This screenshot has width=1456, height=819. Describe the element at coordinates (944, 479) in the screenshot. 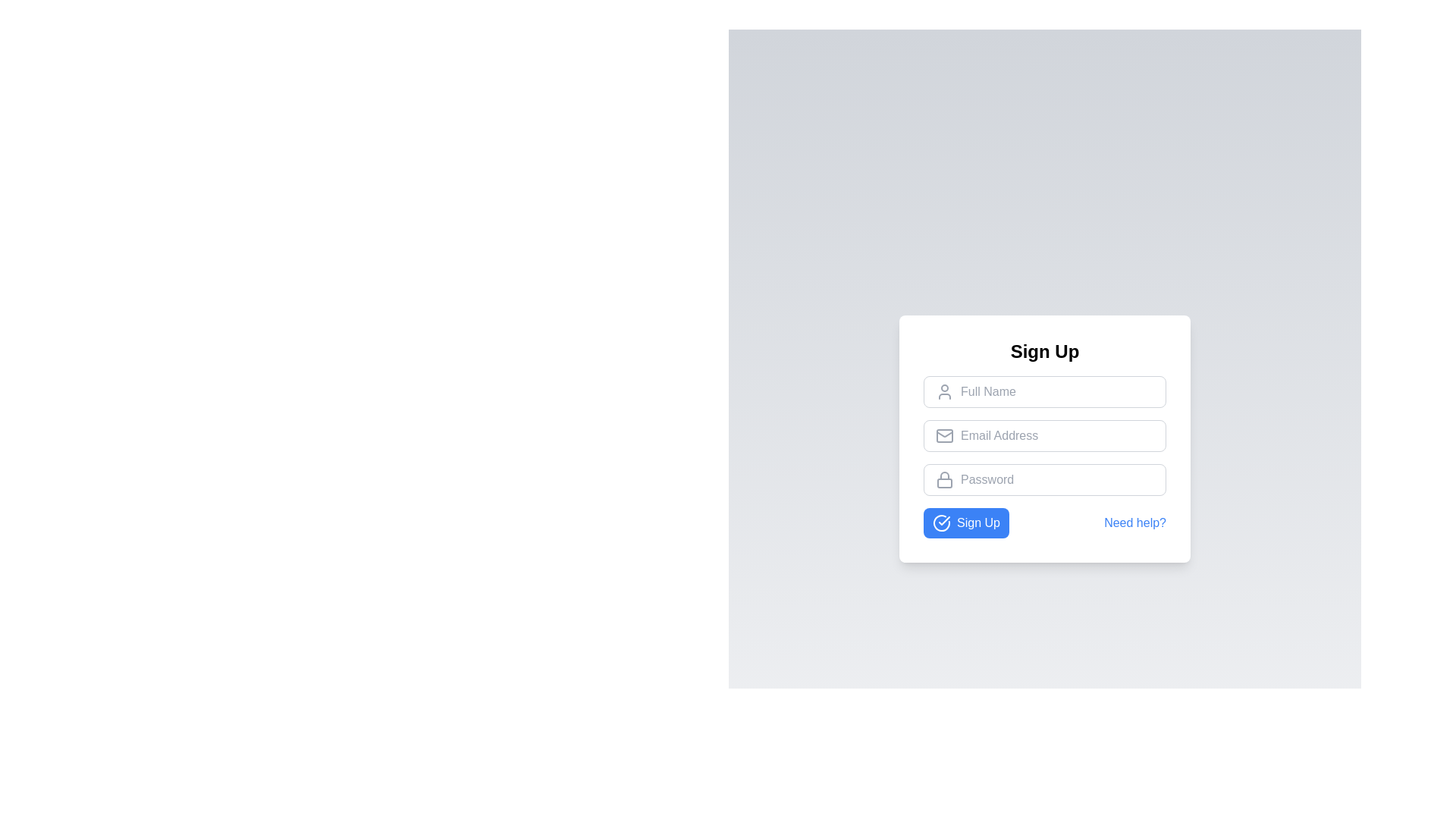

I see `the lock icon element located inside the password input field, adjacent to the placeholder text 'Password'` at that location.